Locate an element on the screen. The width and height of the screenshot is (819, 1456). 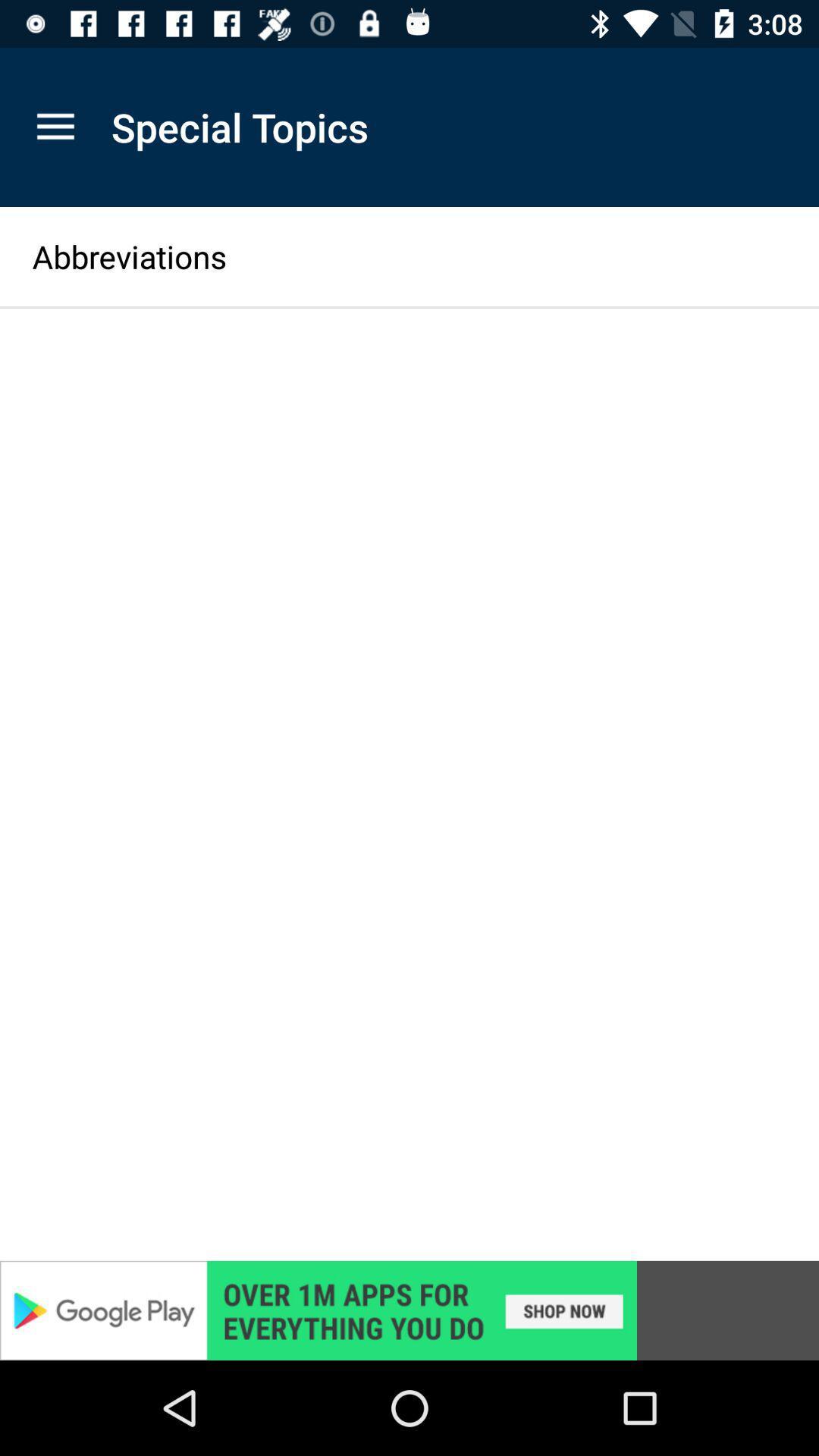
in app advertisement is located at coordinates (409, 1310).